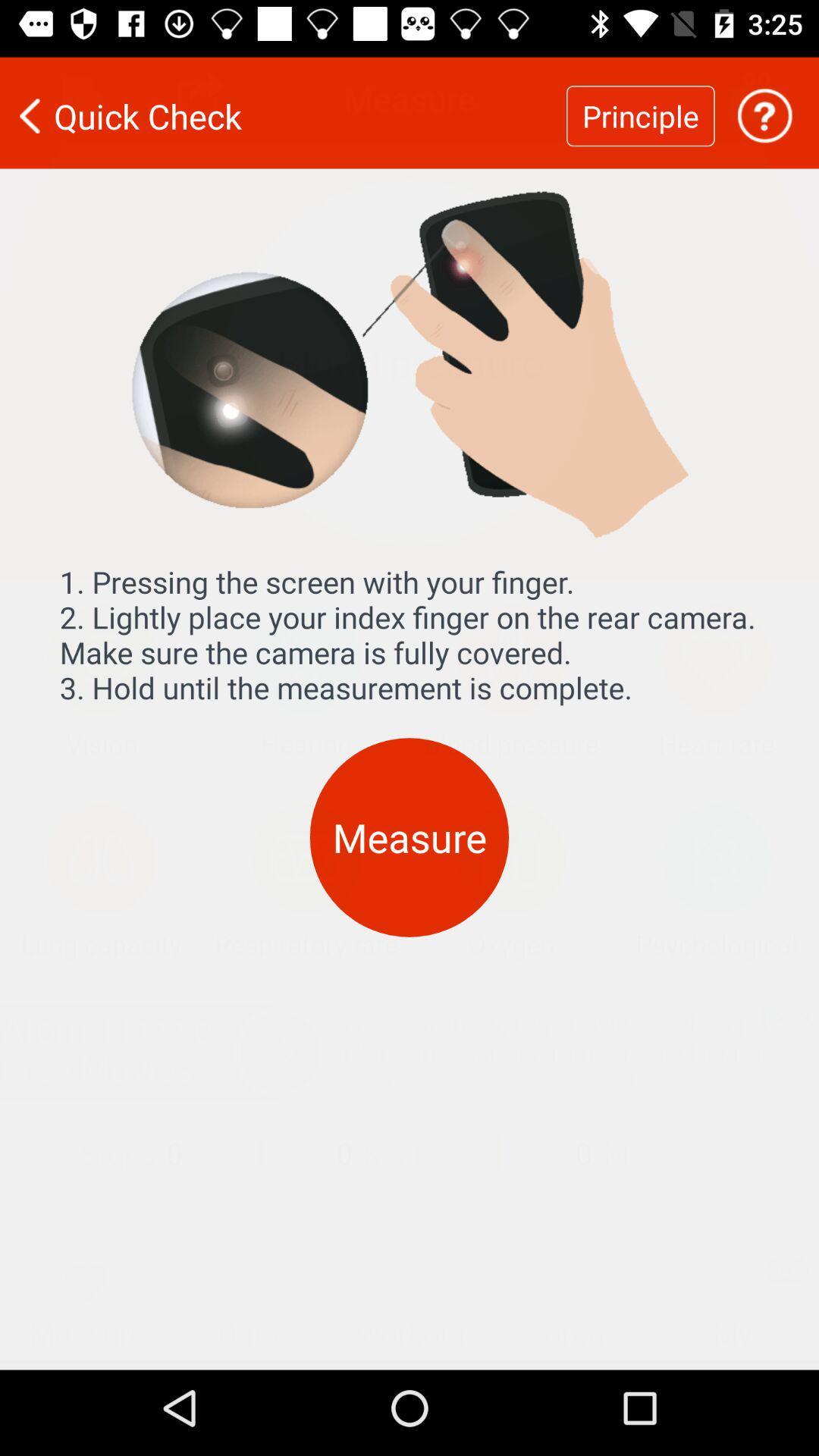  What do you see at coordinates (764, 105) in the screenshot?
I see `icon to the right of the principle icon` at bounding box center [764, 105].